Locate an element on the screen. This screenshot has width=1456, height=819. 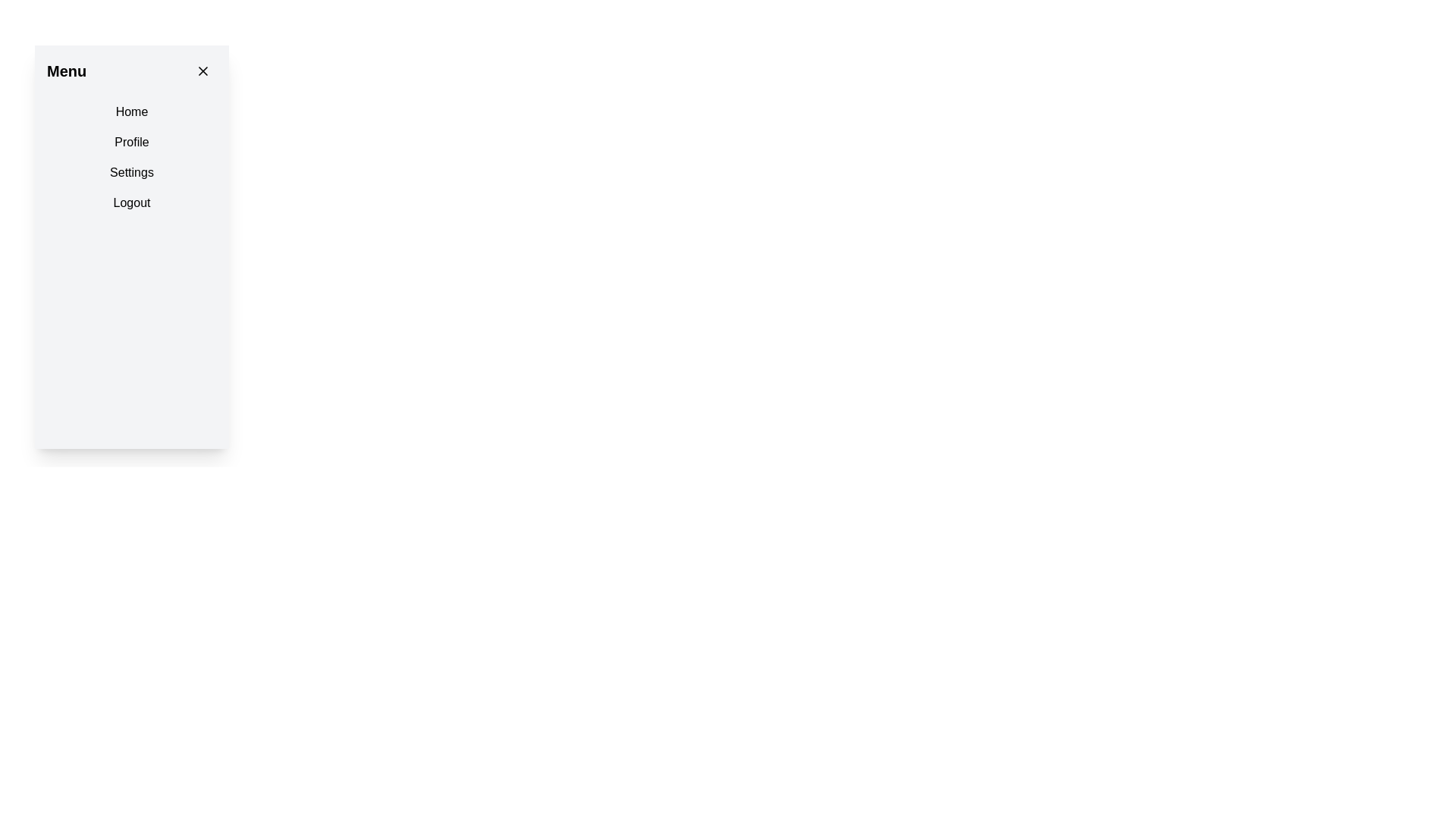
the second item in the 'Menu' navigation list is located at coordinates (131, 158).